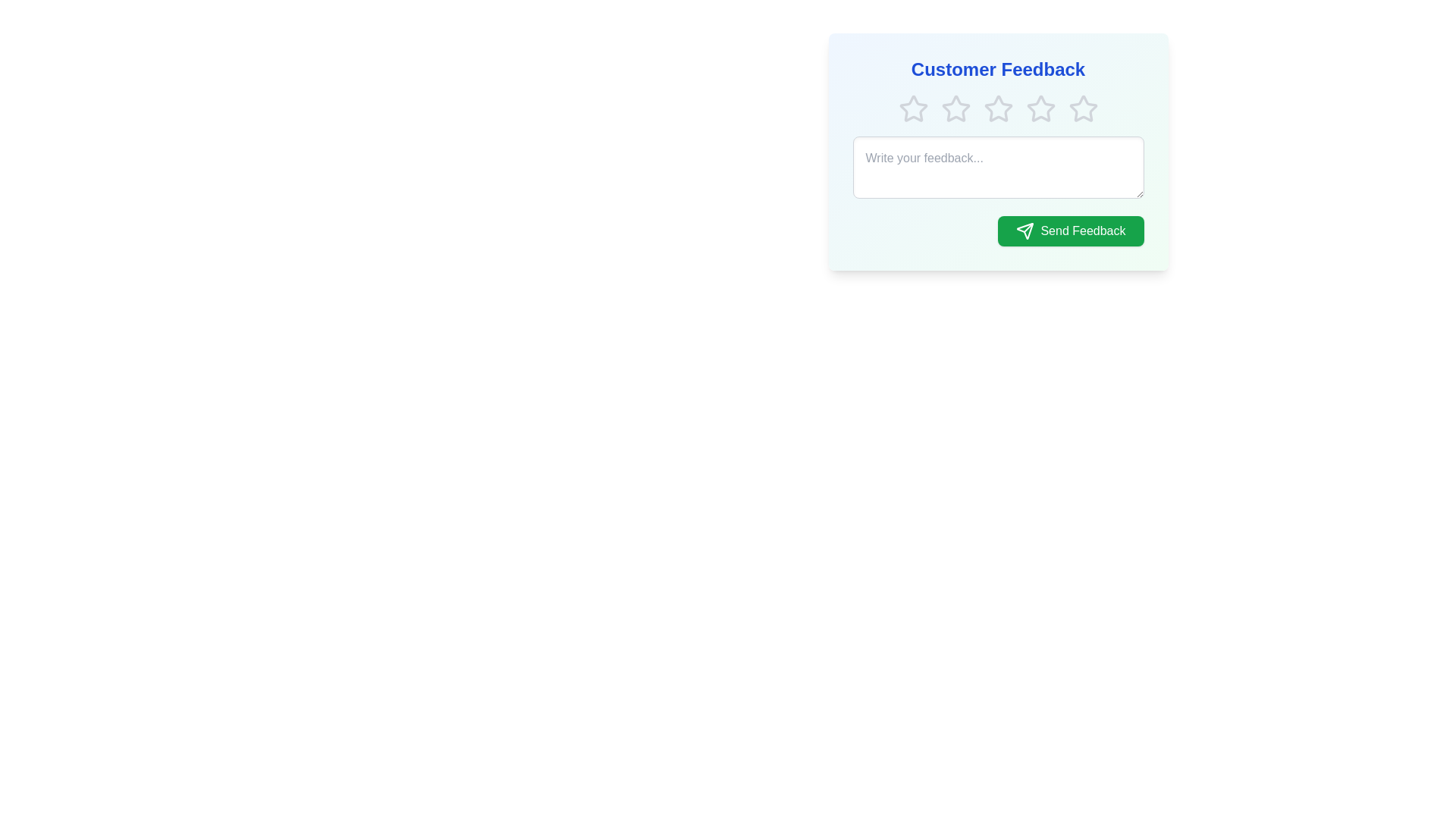 The image size is (1456, 819). Describe the element at coordinates (998, 167) in the screenshot. I see `the feedback text area and type the comment 'Great service!'` at that location.